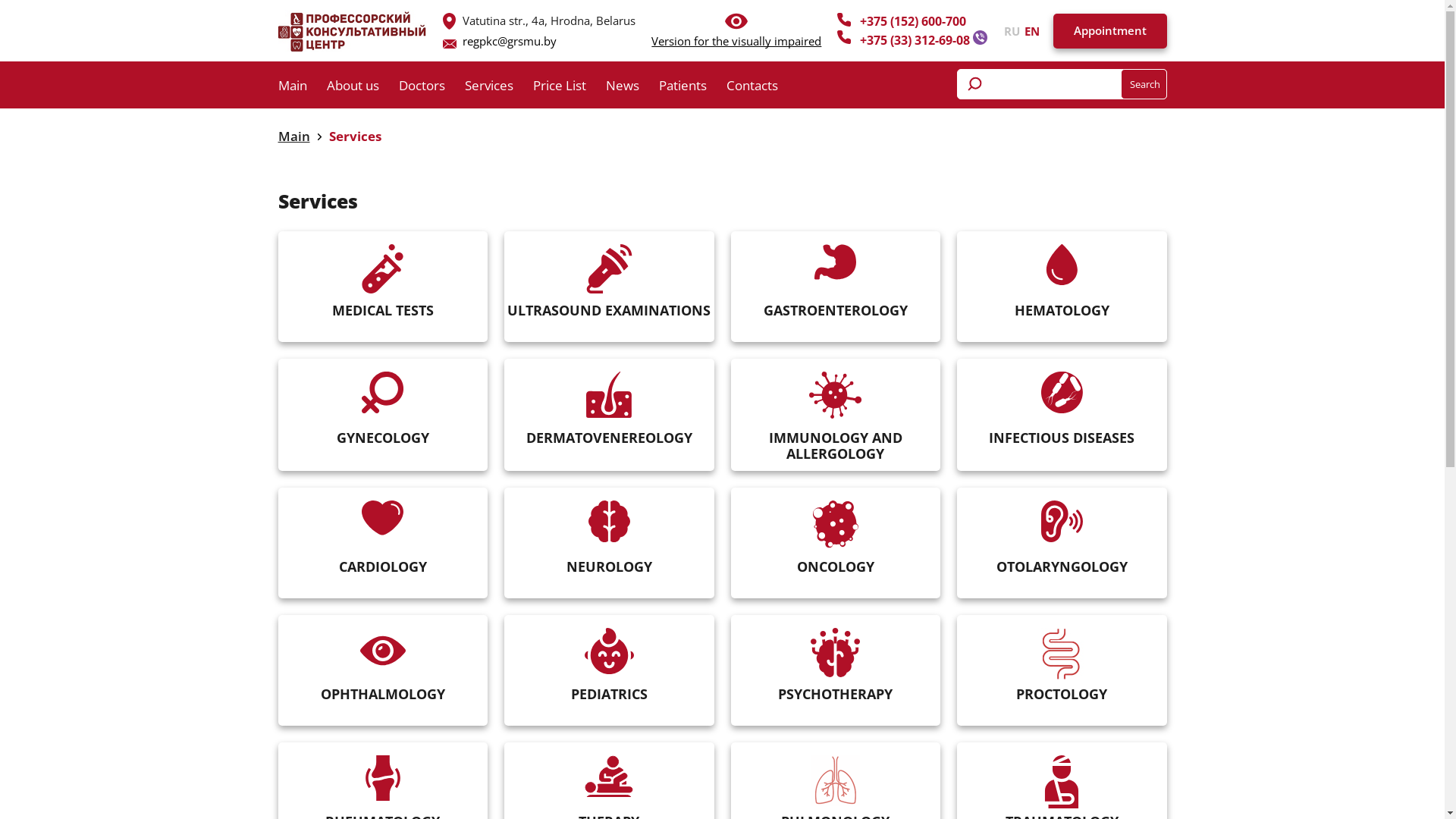 This screenshot has width=1456, height=819. I want to click on 'OPHTHALMOLOGY', so click(383, 670).